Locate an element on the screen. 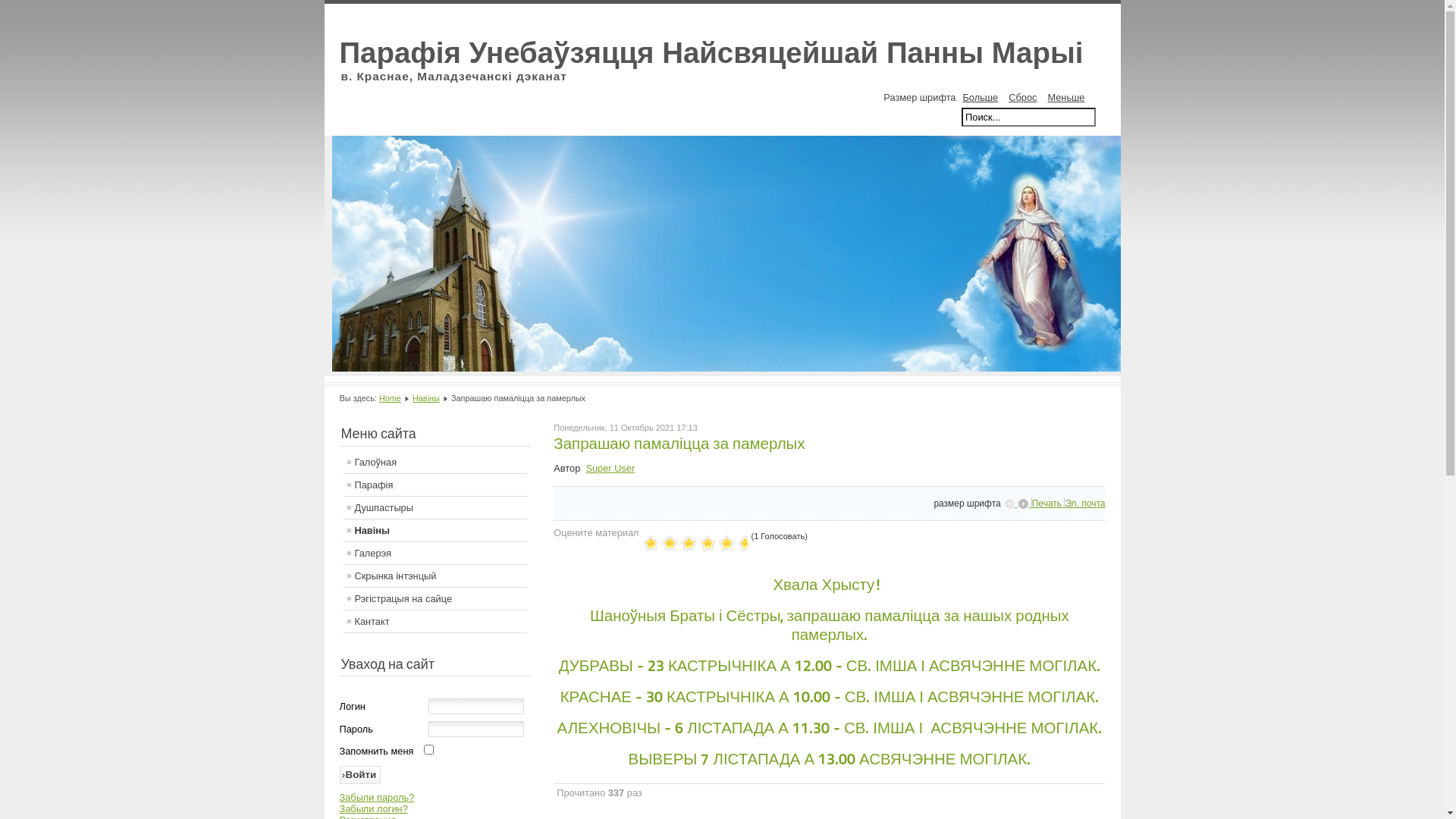  '4' is located at coordinates (683, 543).